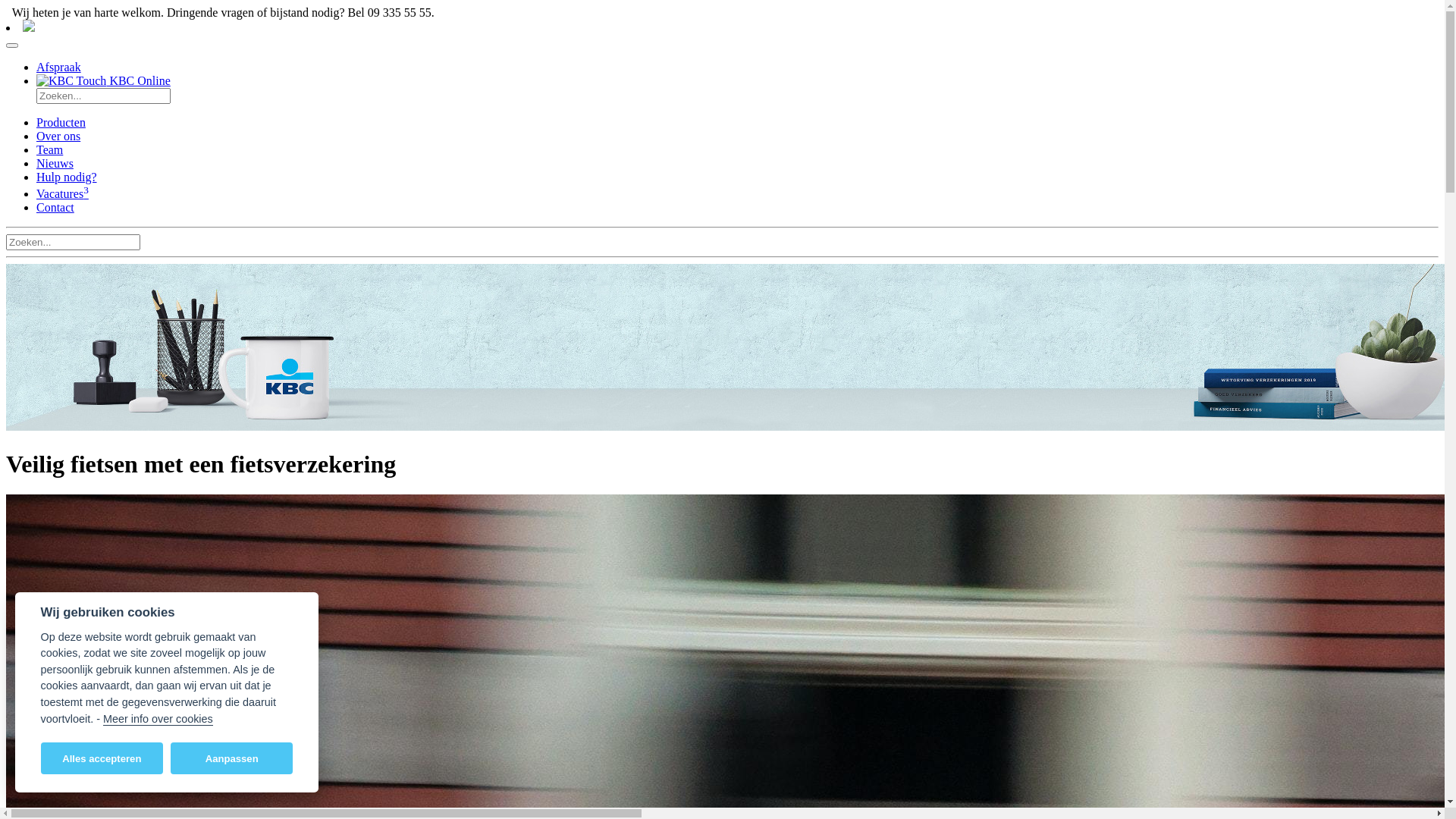  What do you see at coordinates (102, 80) in the screenshot?
I see `' KBC Online'` at bounding box center [102, 80].